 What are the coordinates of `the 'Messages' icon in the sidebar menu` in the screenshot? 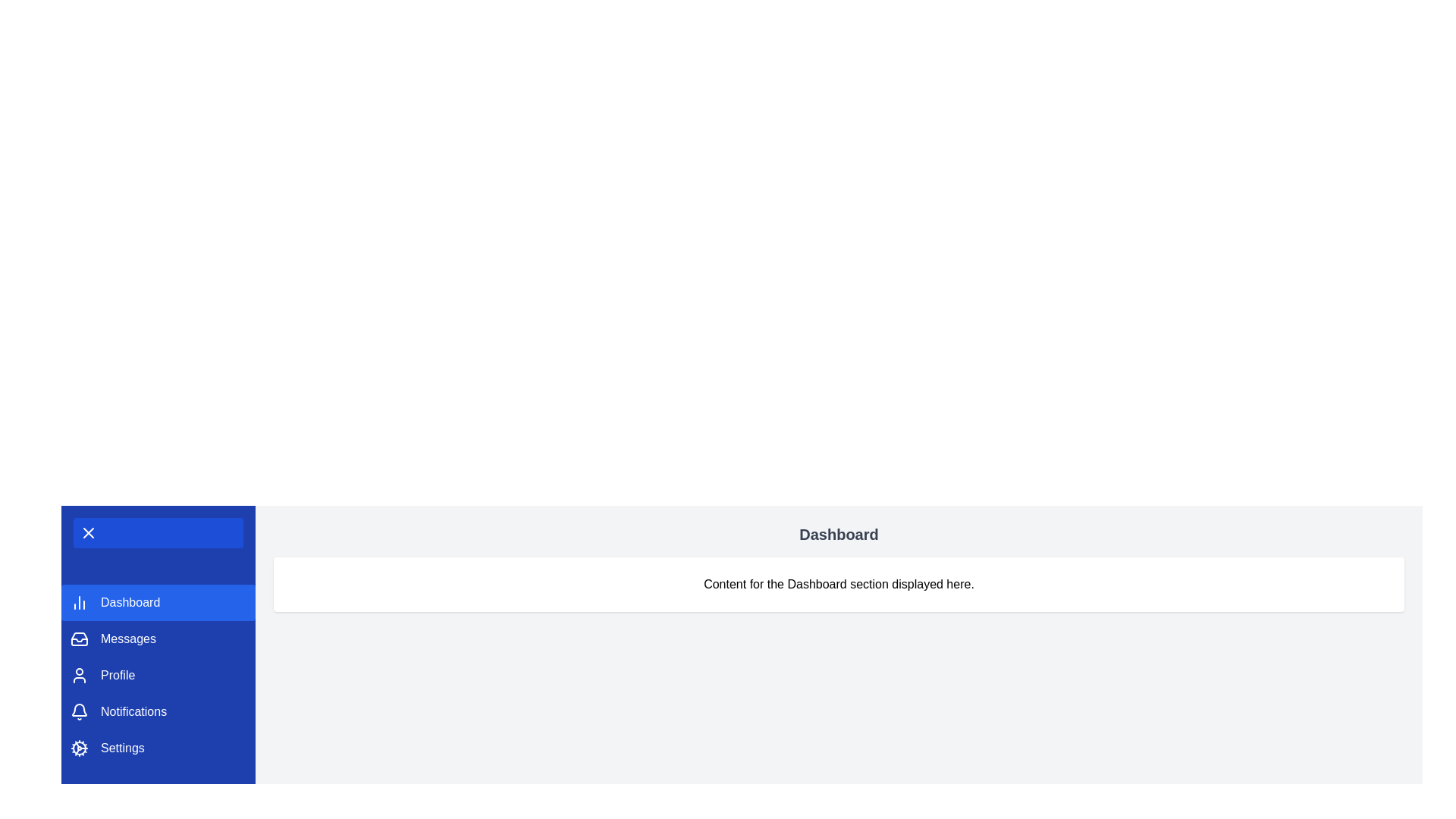 It's located at (79, 639).